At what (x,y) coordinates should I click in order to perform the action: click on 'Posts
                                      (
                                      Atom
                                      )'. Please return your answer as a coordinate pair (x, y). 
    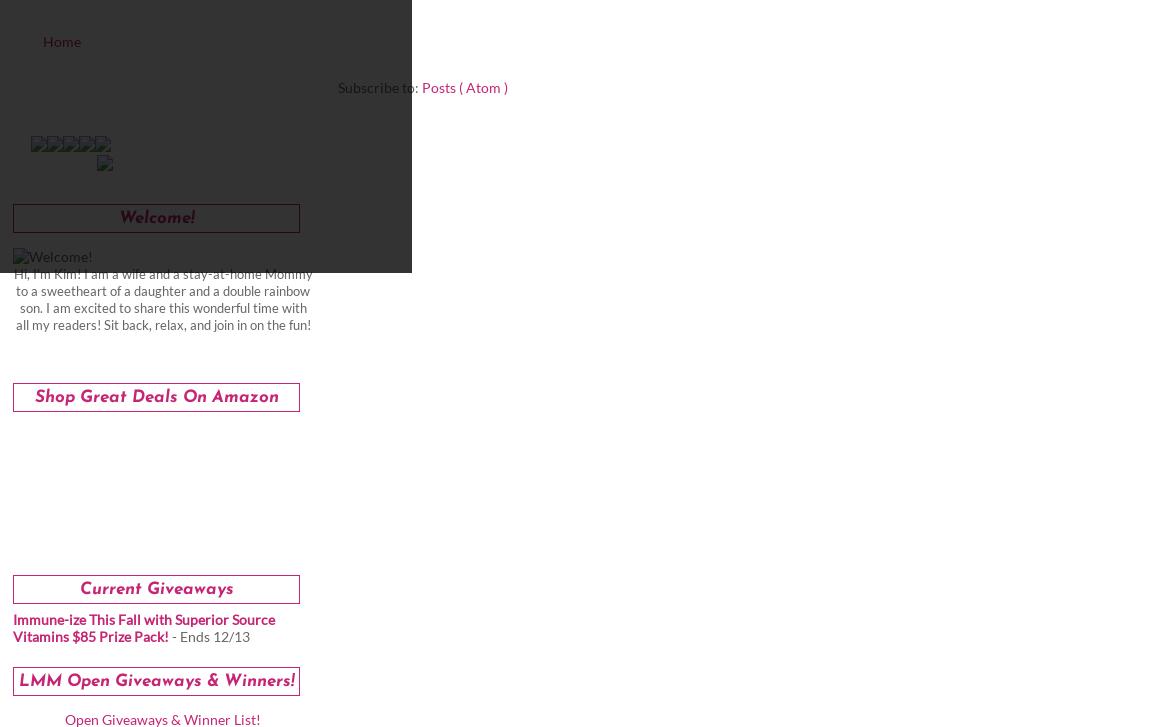
    Looking at the image, I should click on (464, 87).